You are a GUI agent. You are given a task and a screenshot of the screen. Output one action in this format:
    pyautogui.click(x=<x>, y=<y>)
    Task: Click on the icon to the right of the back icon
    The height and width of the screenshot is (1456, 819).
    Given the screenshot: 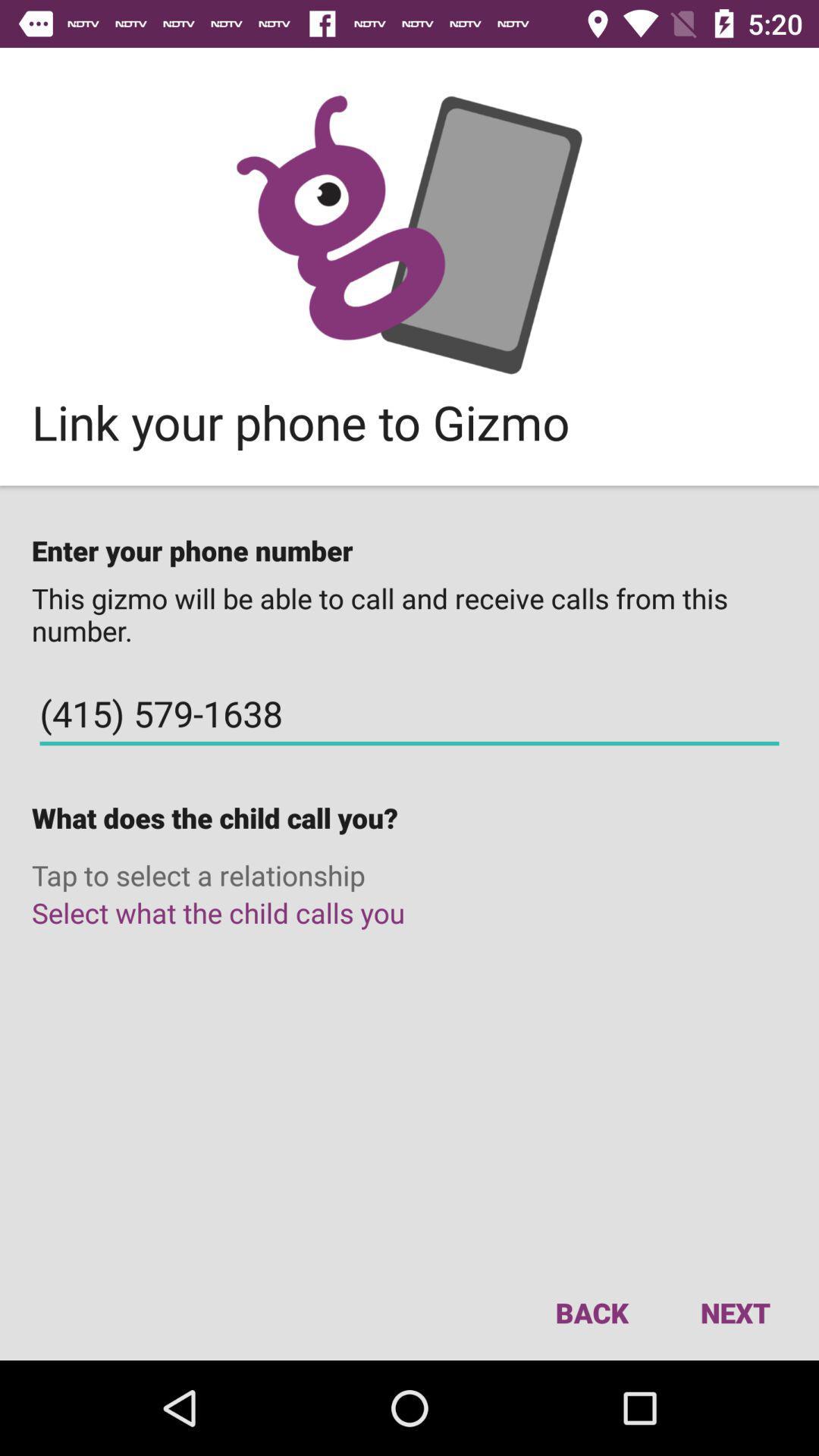 What is the action you would take?
    pyautogui.click(x=734, y=1312)
    